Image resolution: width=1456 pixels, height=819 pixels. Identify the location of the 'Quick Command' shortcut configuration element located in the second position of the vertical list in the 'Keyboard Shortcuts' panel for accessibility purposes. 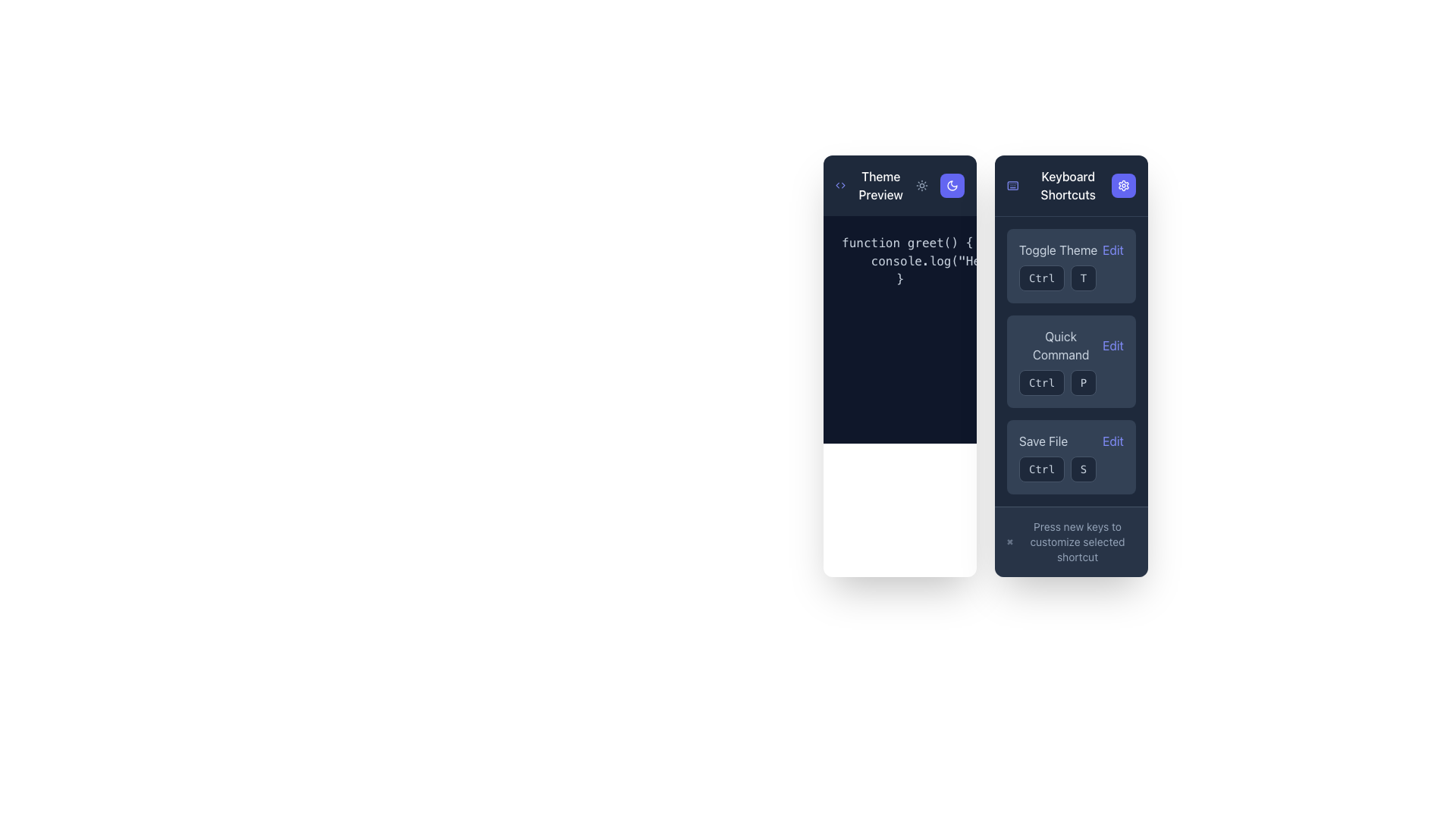
(1070, 362).